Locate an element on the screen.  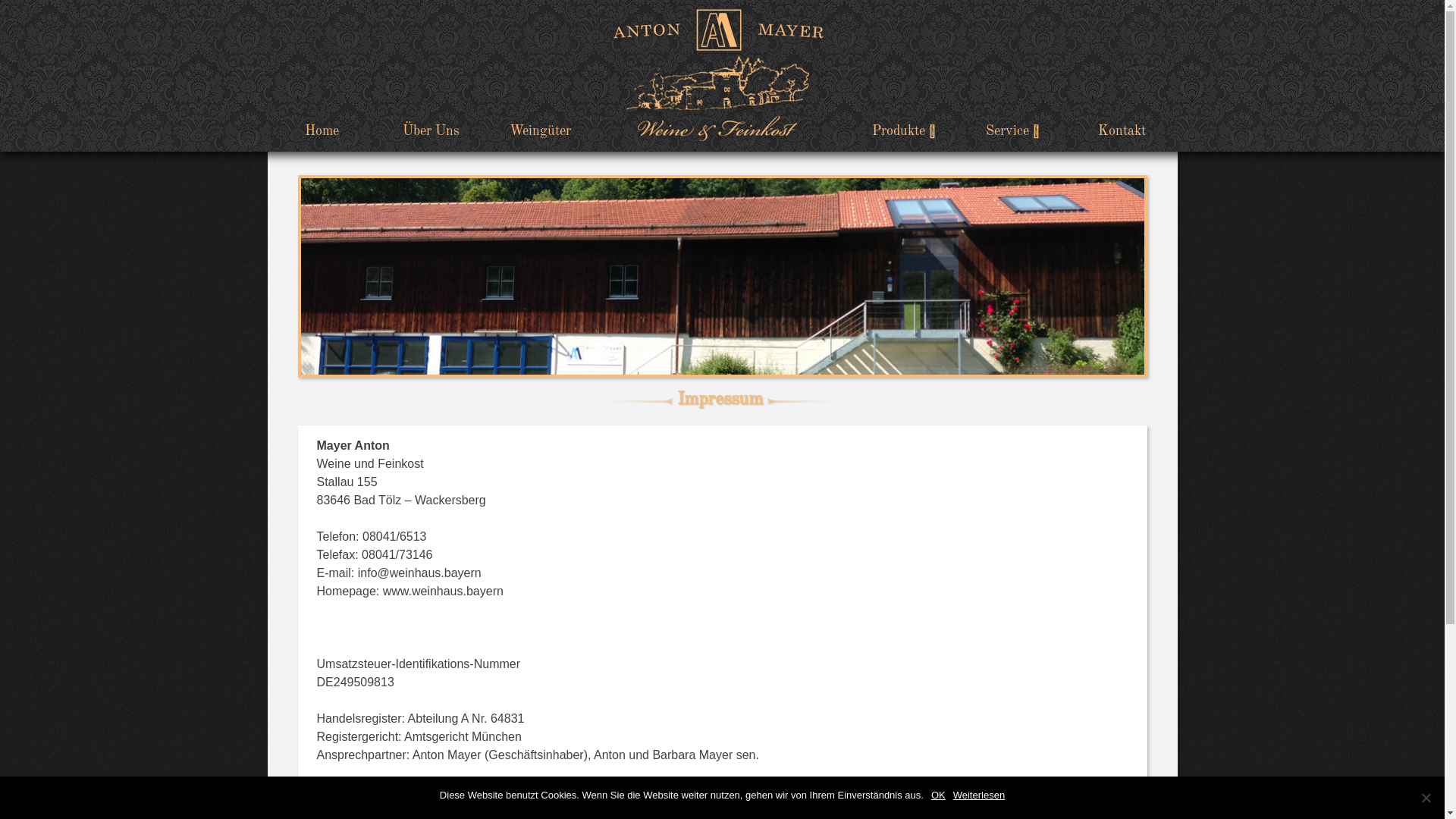
'Service' is located at coordinates (1012, 130).